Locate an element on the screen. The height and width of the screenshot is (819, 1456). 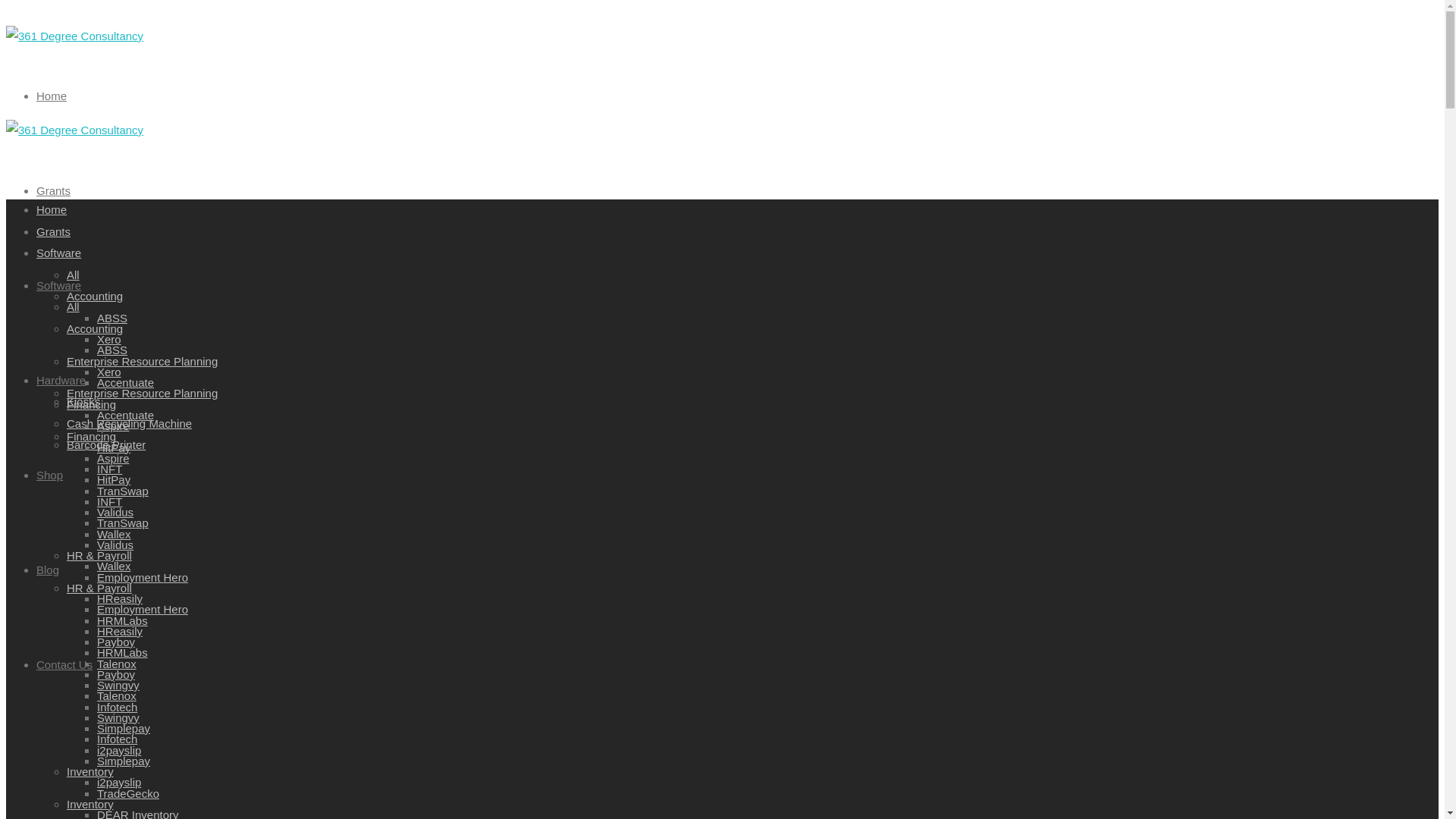
'Swingvy' is located at coordinates (118, 717).